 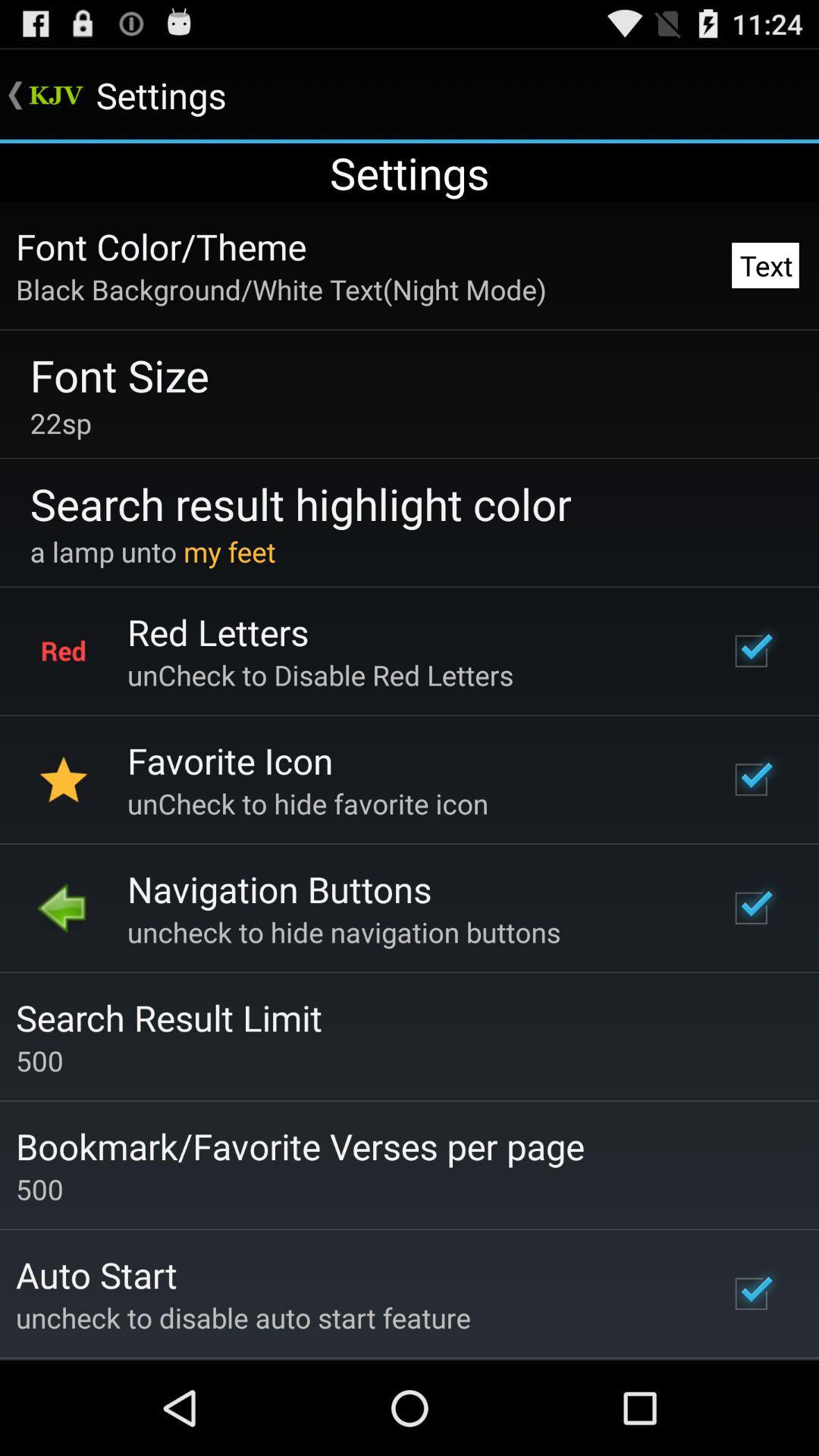 What do you see at coordinates (281, 289) in the screenshot?
I see `the item above the font size icon` at bounding box center [281, 289].